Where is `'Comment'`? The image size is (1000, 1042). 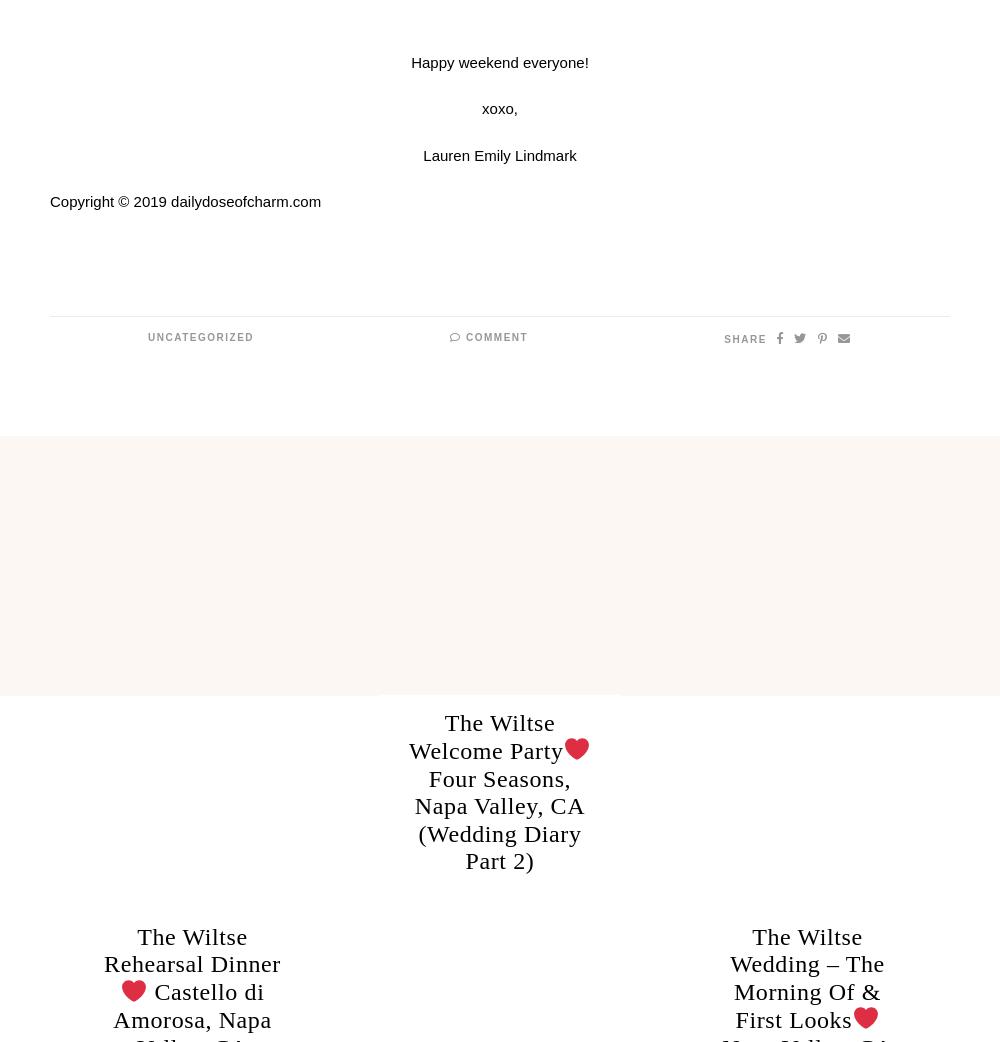
'Comment' is located at coordinates (460, 337).